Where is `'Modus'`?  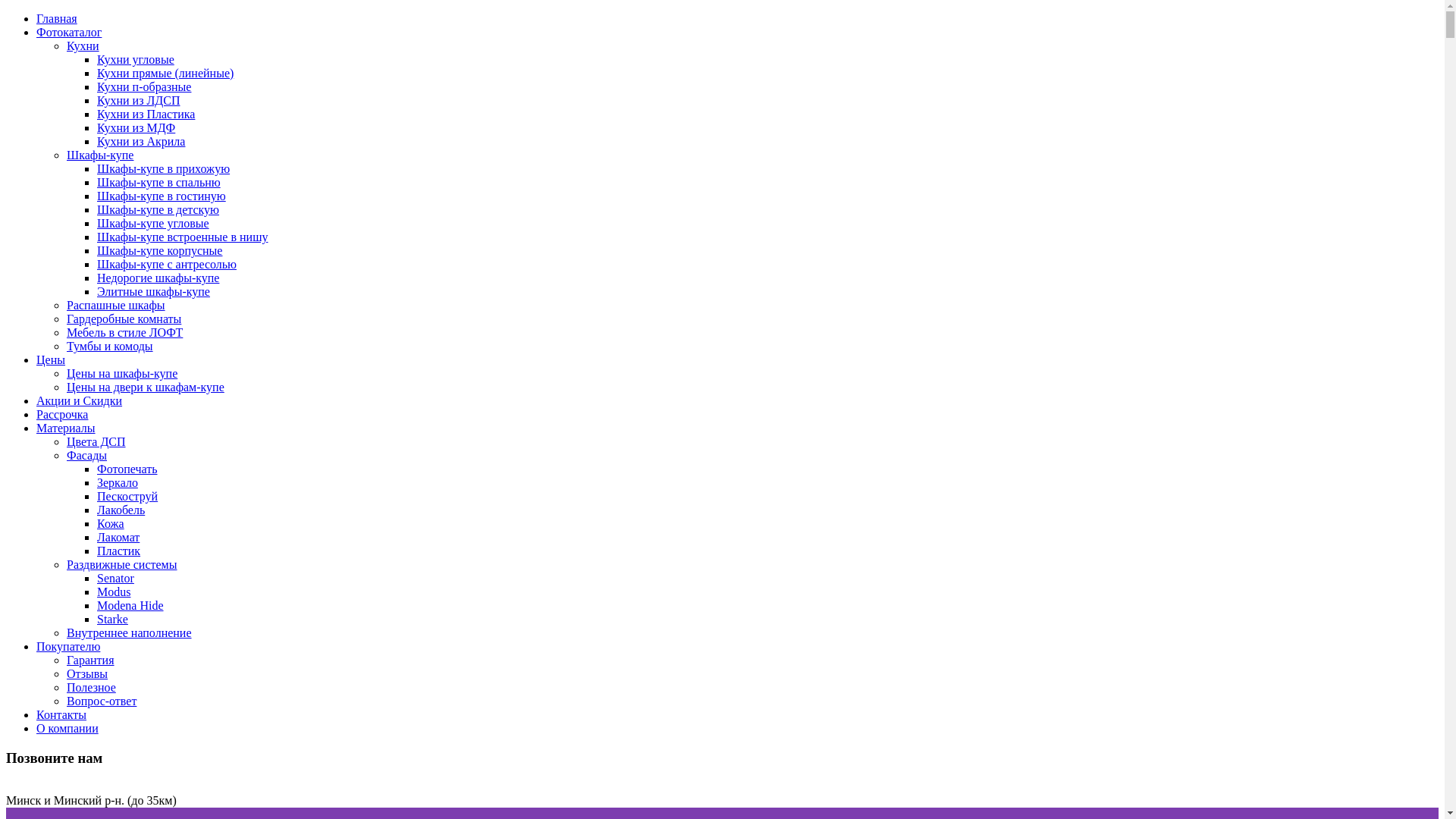
'Modus' is located at coordinates (112, 591).